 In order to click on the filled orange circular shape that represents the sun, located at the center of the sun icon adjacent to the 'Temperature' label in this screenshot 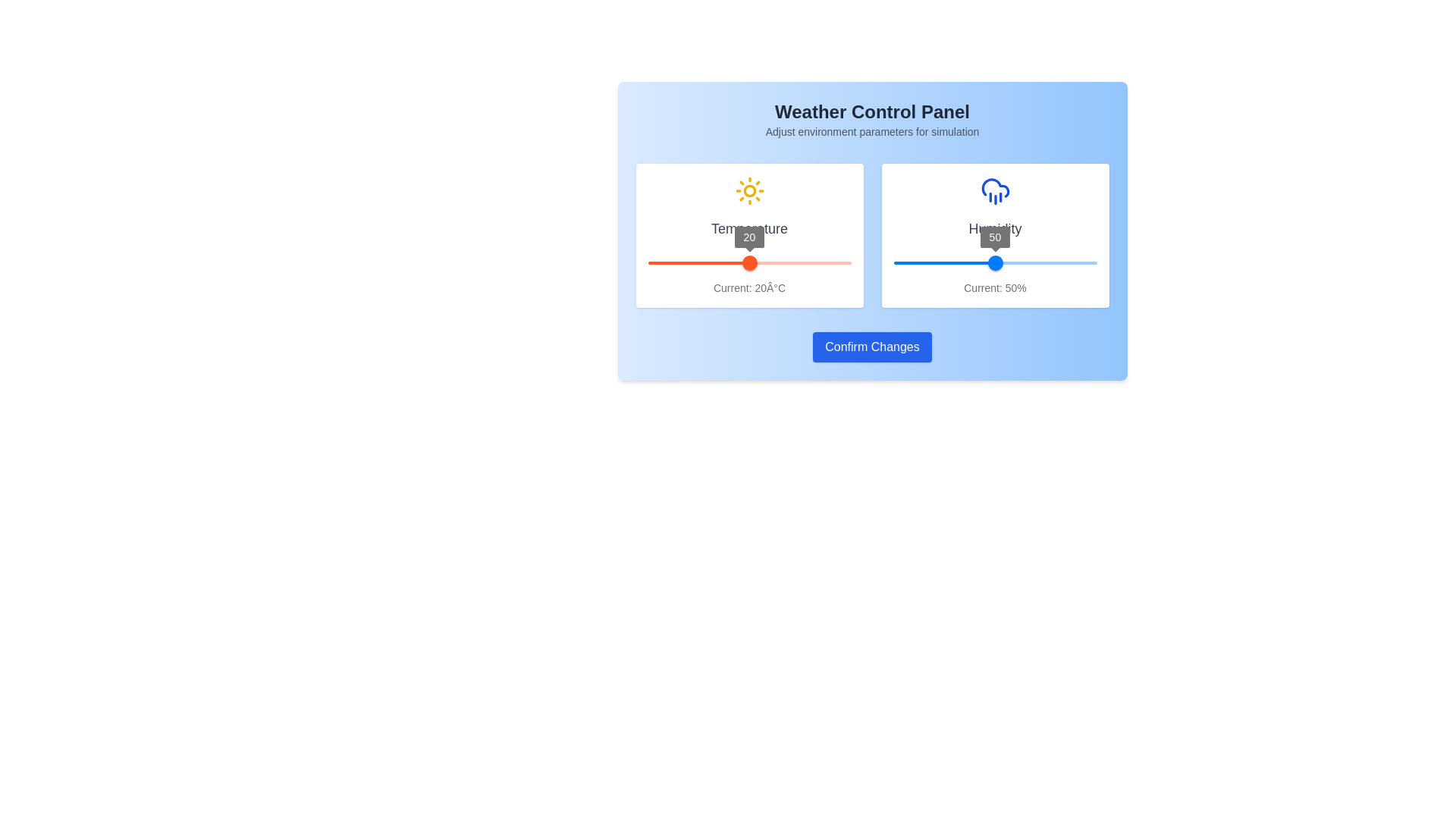, I will do `click(749, 190)`.